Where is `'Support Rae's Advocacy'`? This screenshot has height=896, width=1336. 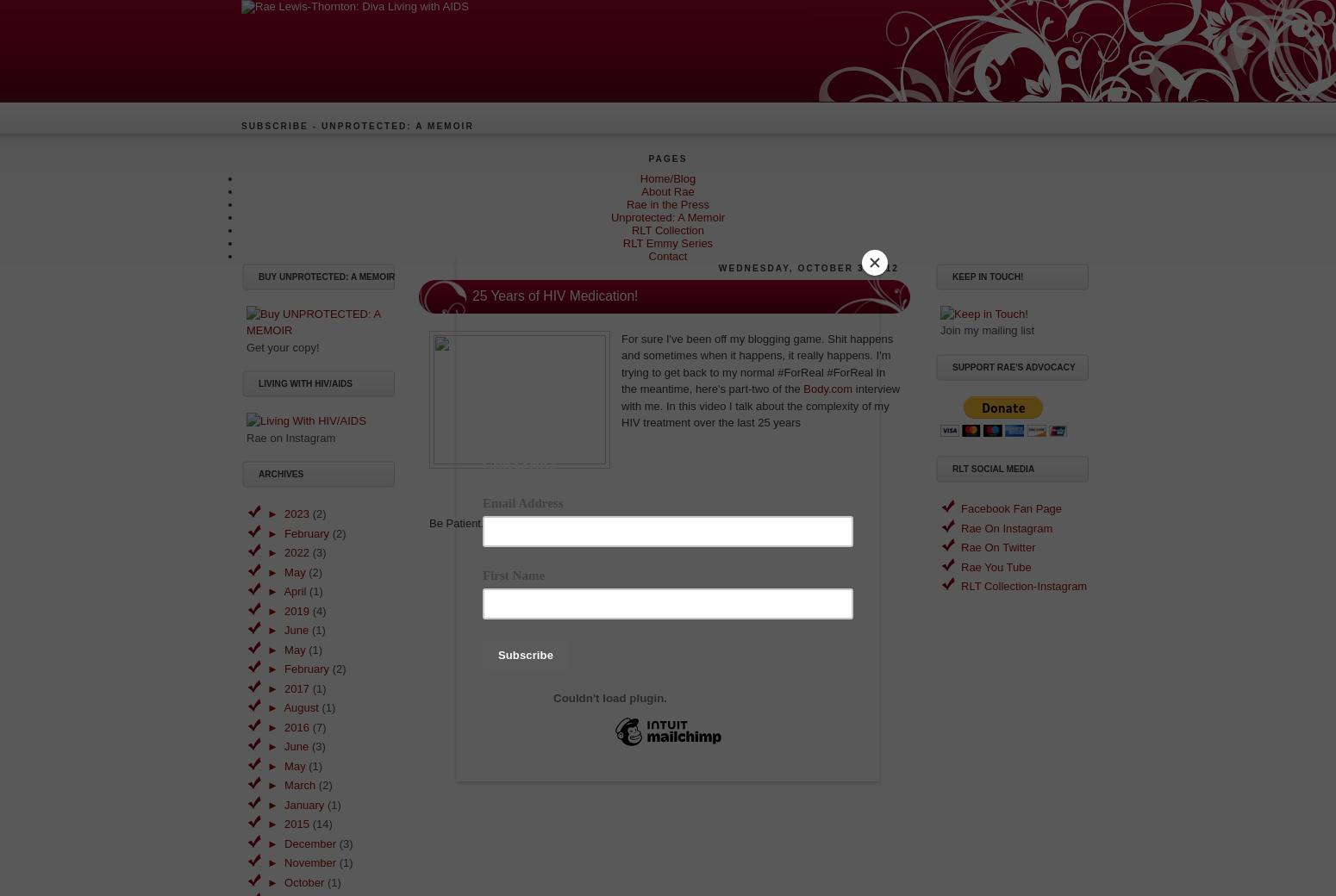 'Support Rae's Advocacy' is located at coordinates (1013, 366).